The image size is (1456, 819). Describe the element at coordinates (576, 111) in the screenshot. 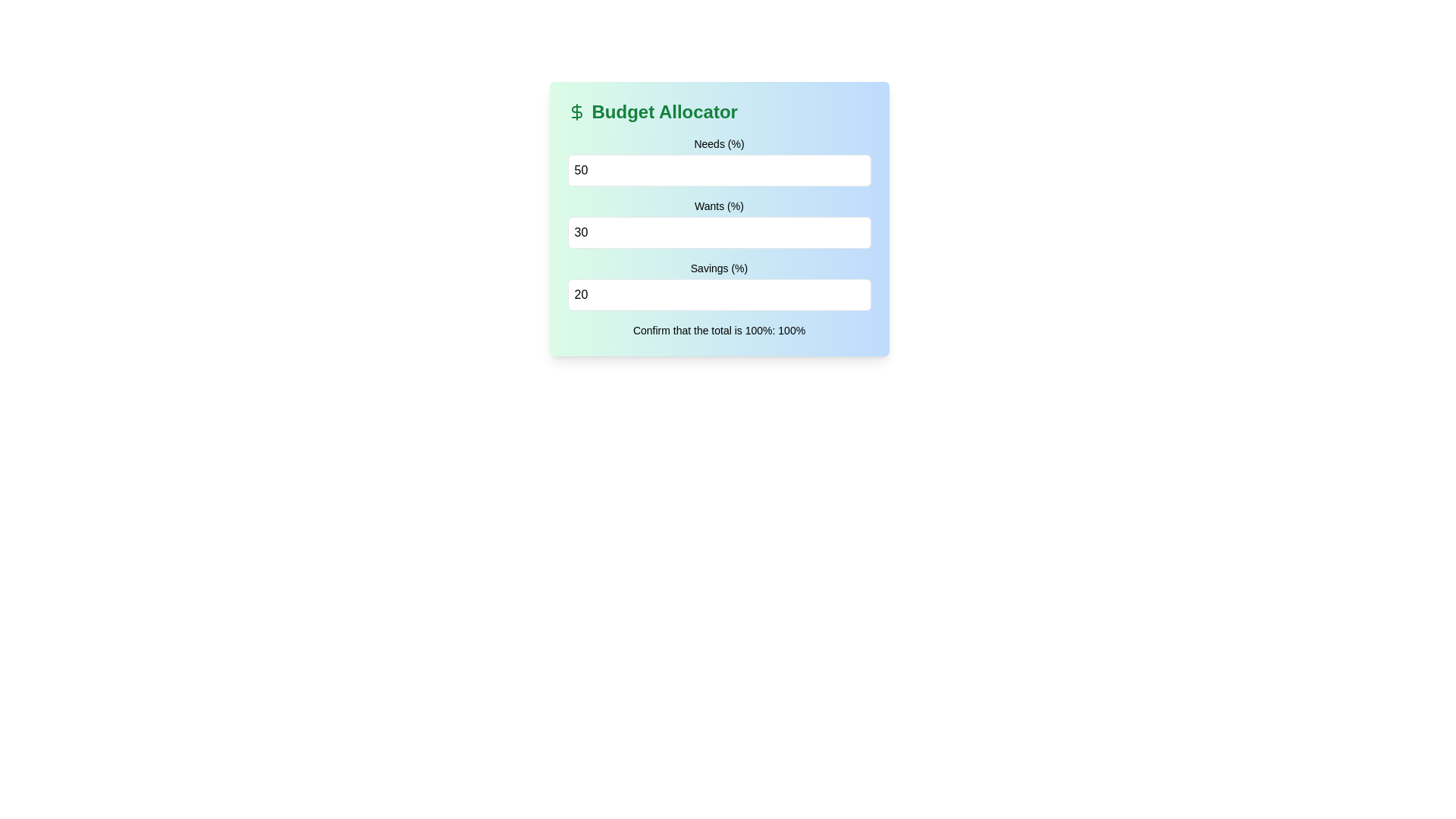

I see `the lower curved segment of the dollar sign icon, which is part of an SVG image representing financial functionality, located to the left of the text 'Budget Allocator'` at that location.